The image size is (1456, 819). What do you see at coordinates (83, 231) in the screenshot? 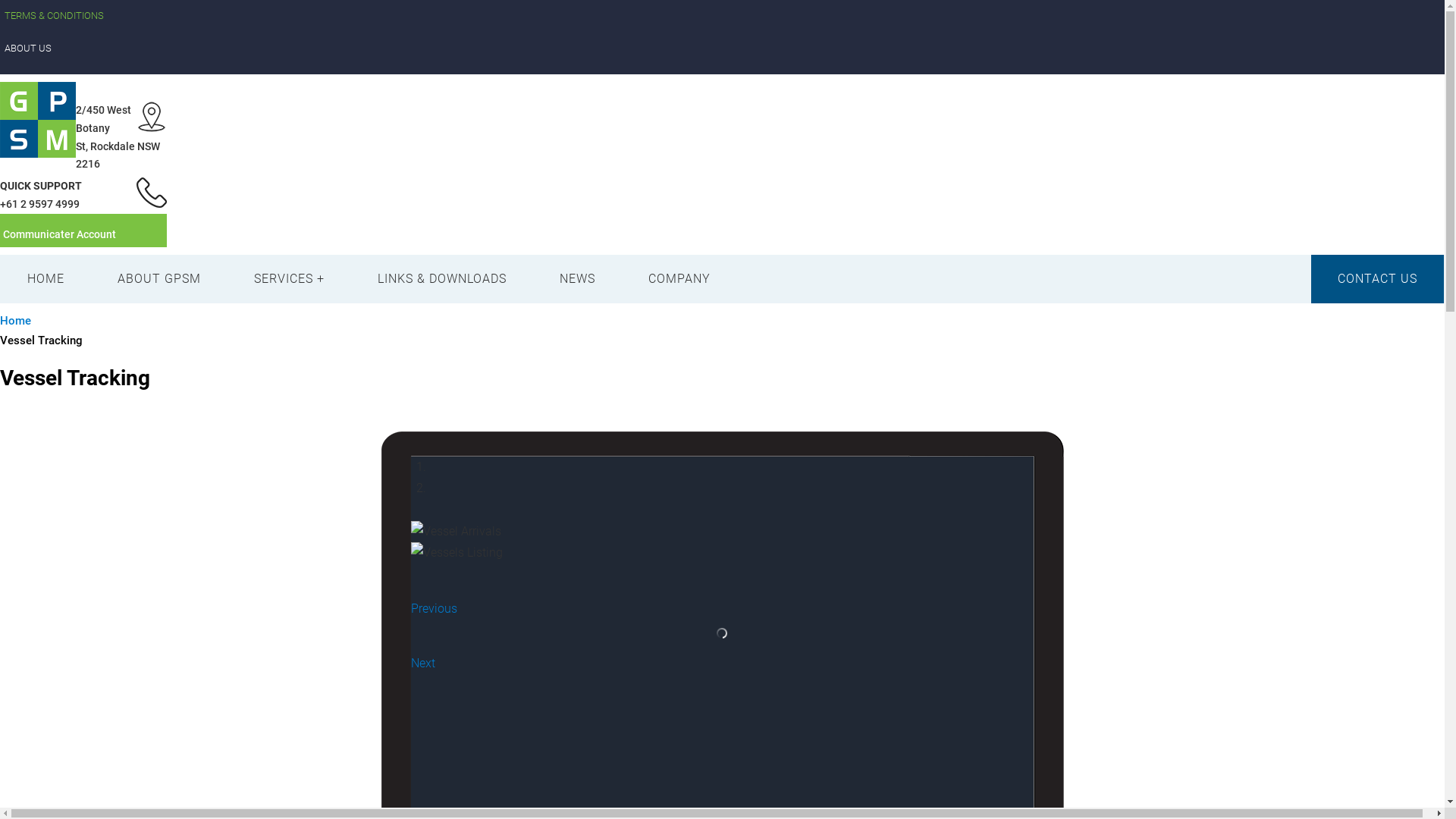
I see `'Communicater Account'` at bounding box center [83, 231].